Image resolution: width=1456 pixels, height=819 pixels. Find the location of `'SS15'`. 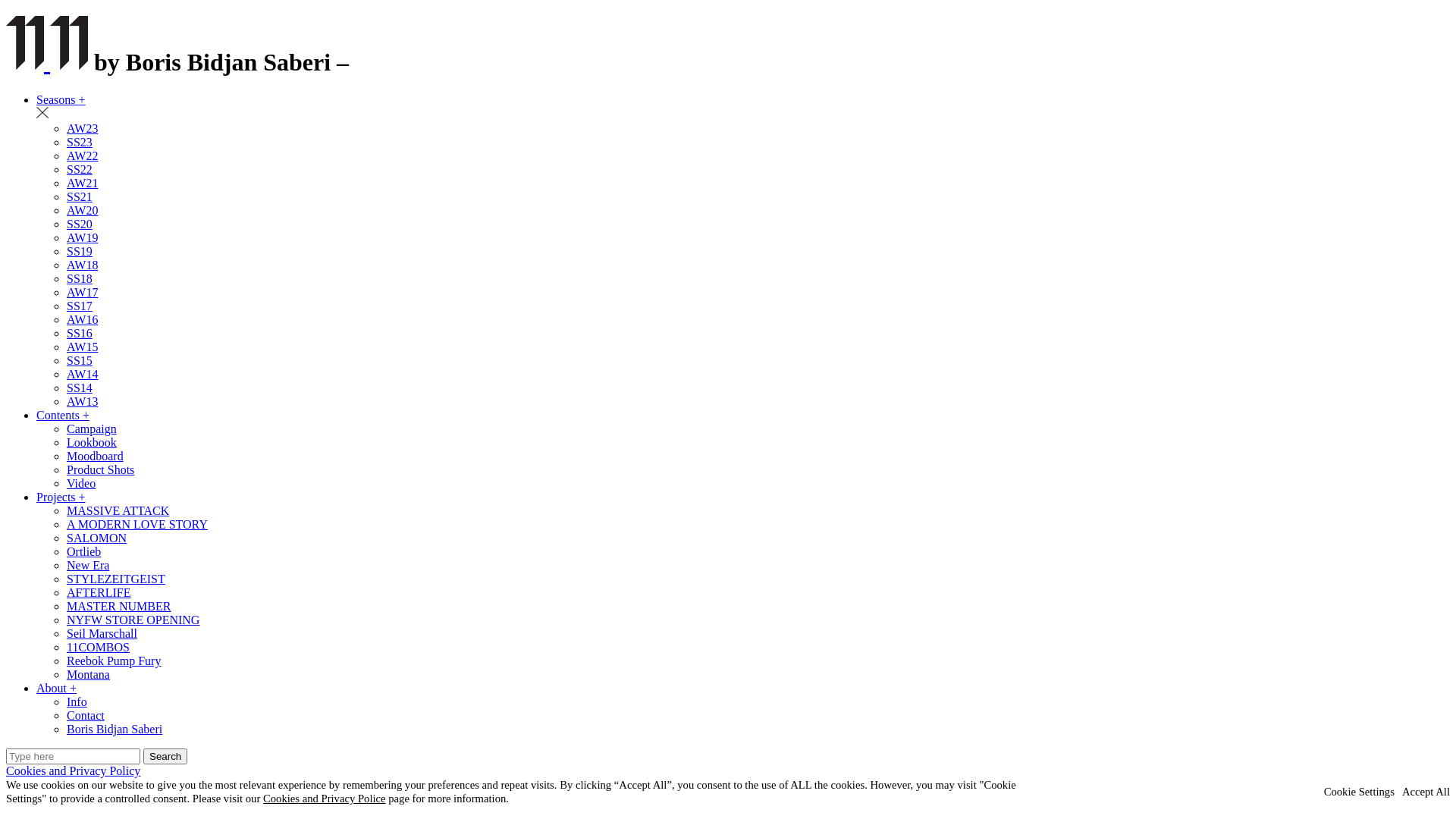

'SS15' is located at coordinates (79, 360).